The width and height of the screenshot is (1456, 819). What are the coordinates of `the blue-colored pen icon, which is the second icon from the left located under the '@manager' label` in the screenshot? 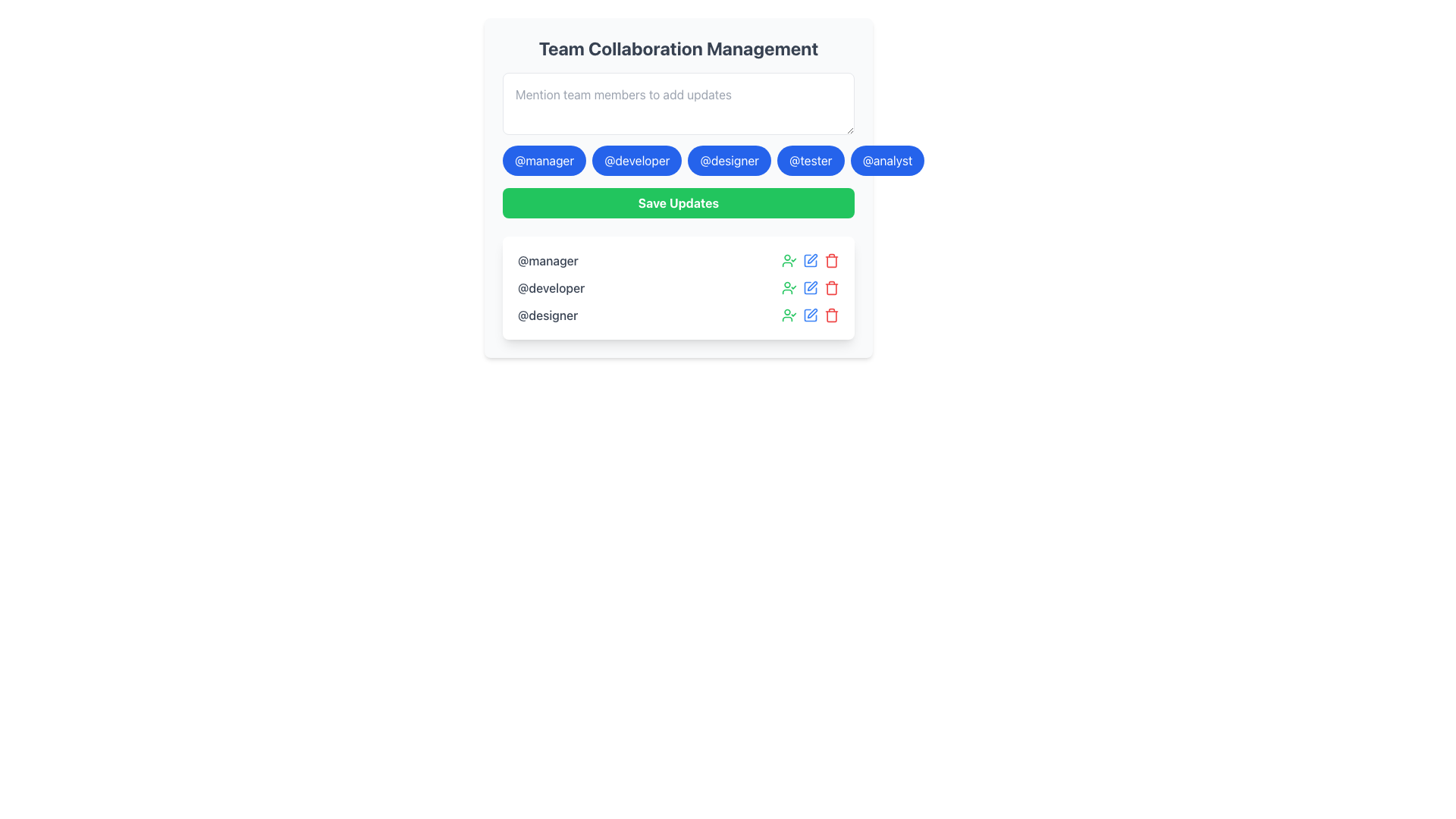 It's located at (810, 259).